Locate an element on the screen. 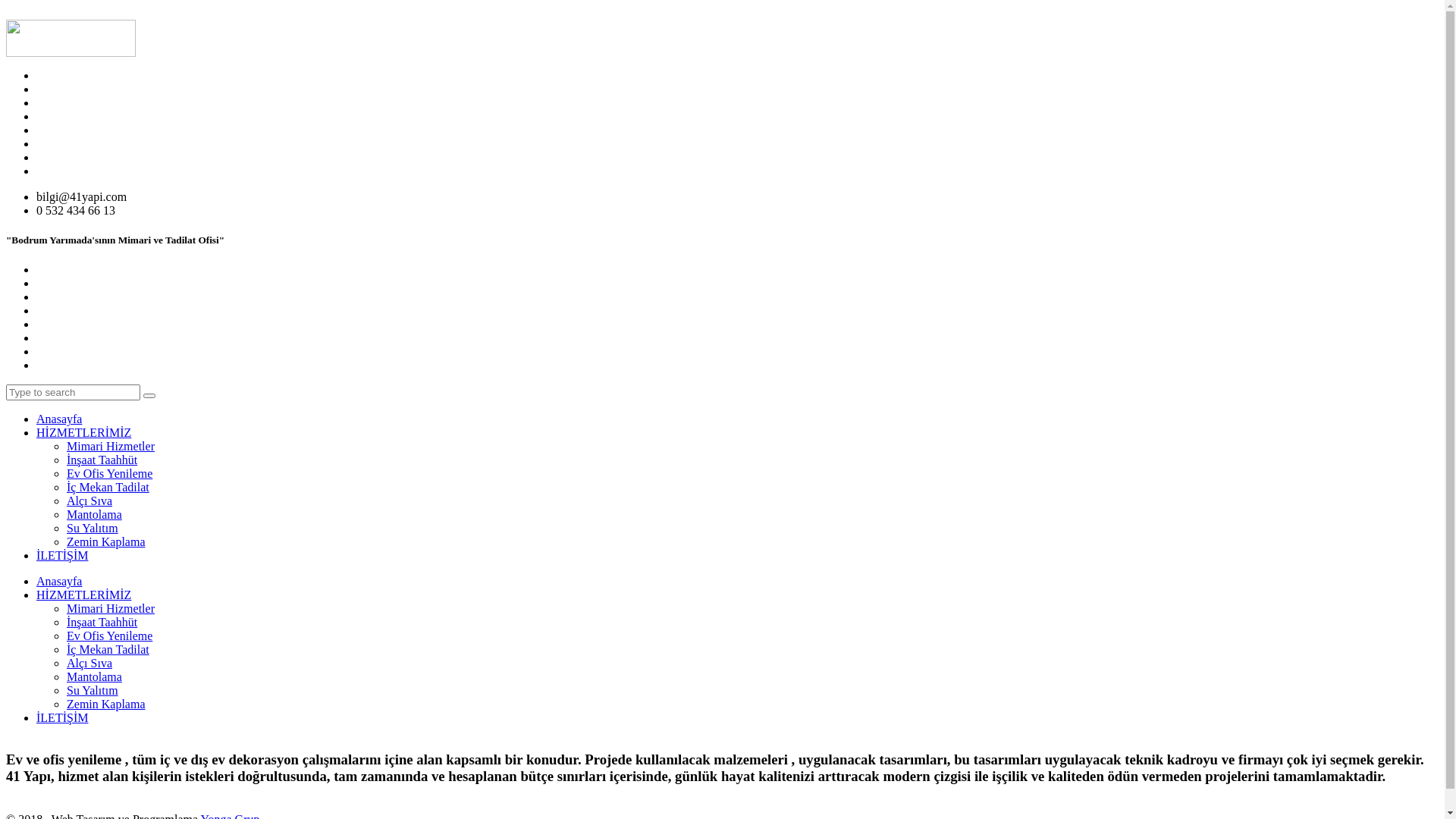  'Ev Ofis Yenileme' is located at coordinates (108, 472).